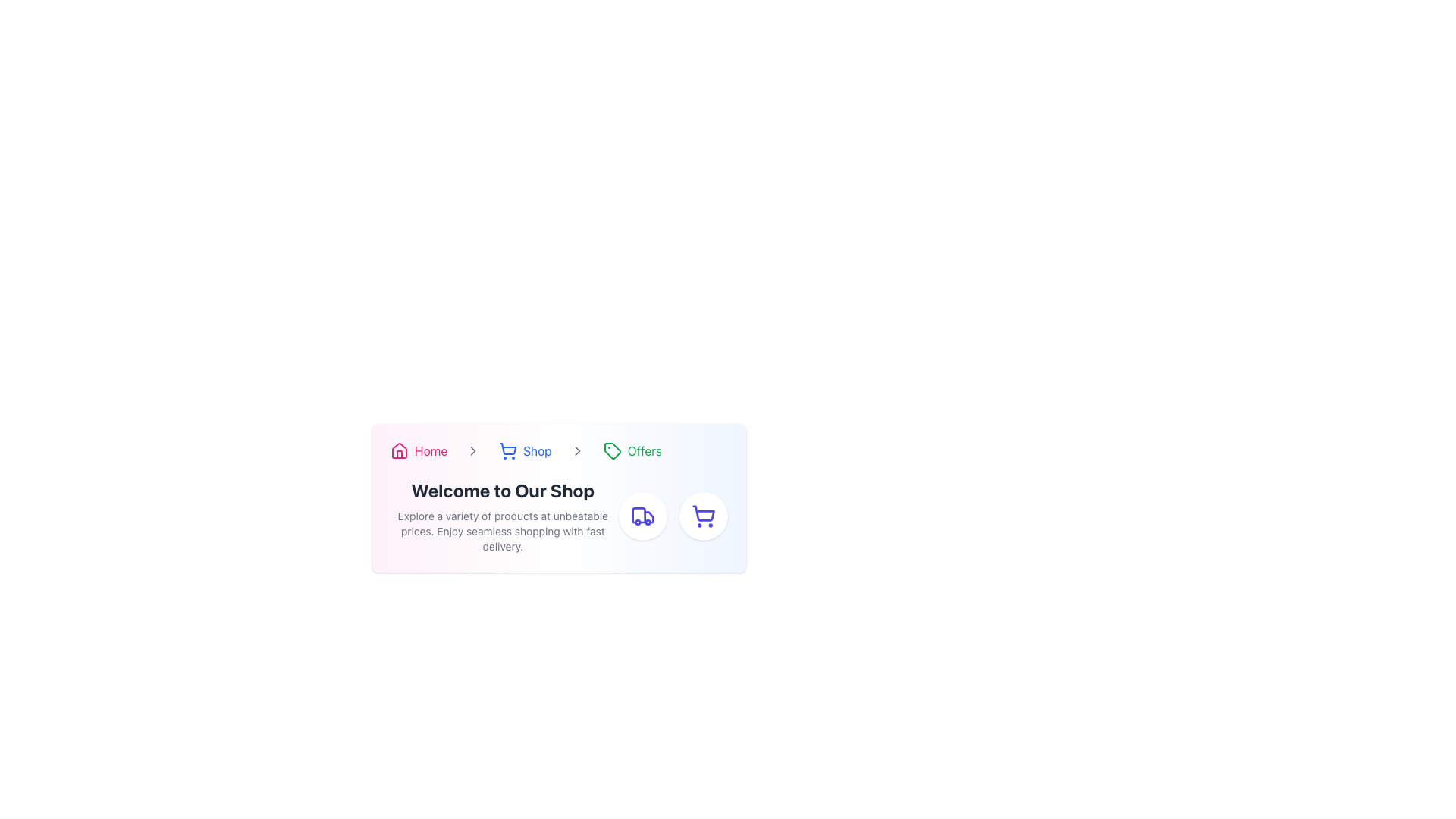 The width and height of the screenshot is (1456, 819). I want to click on the graphical house icon in the navigation bar at the top of the card, so click(400, 450).